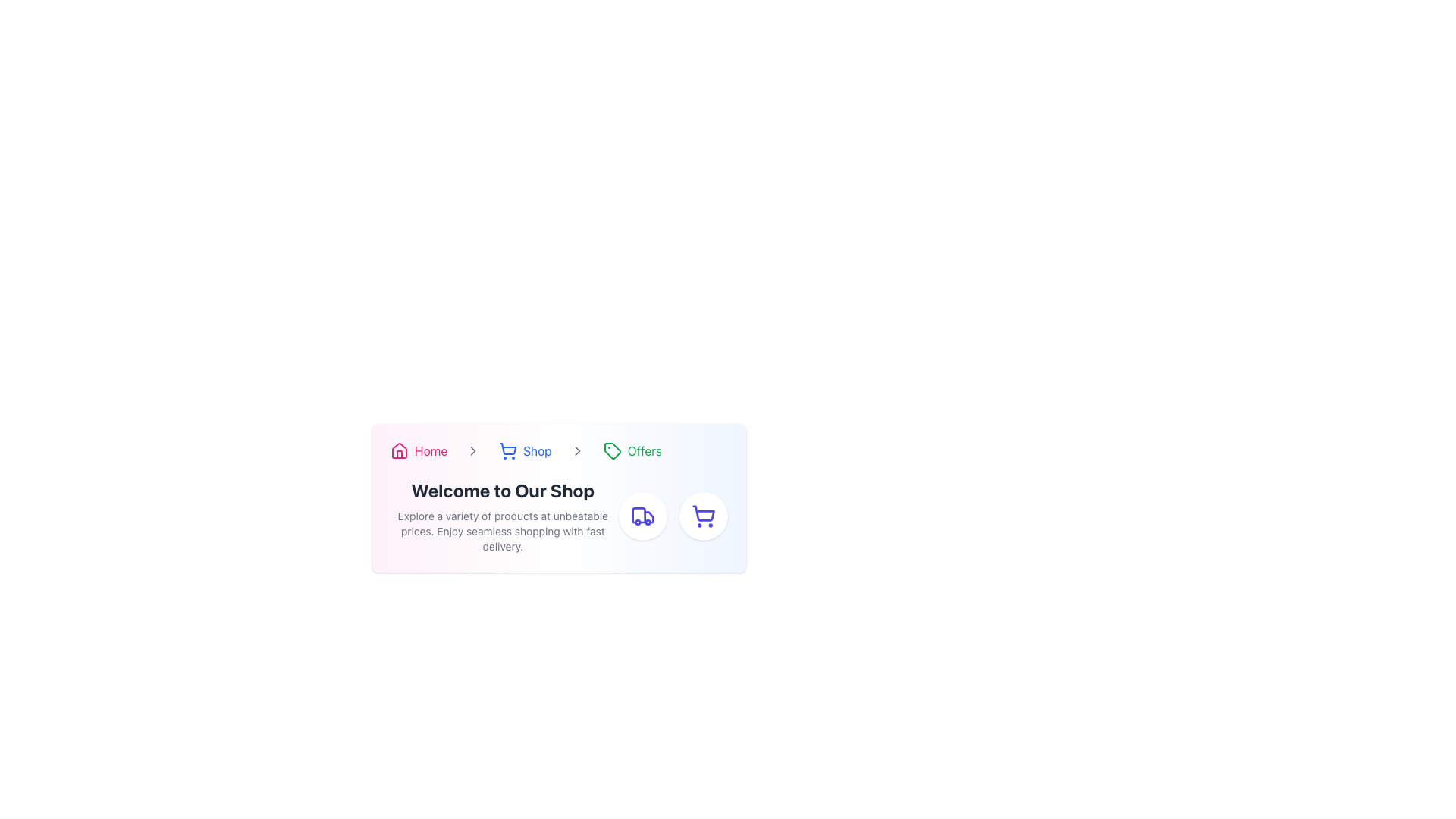 The width and height of the screenshot is (1456, 819). I want to click on the graphical house icon in the navigation bar at the top of the card, so click(400, 450).